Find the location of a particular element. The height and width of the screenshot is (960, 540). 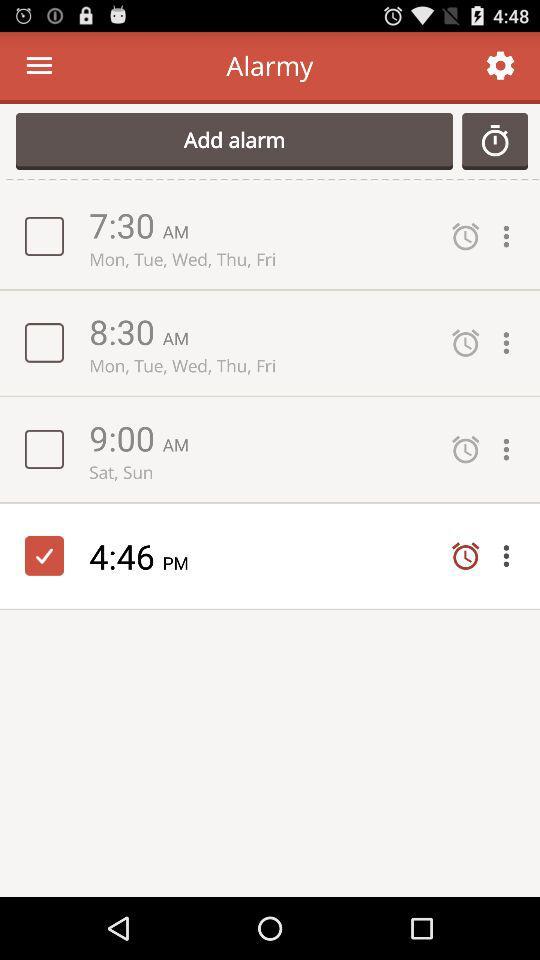

add alarm item is located at coordinates (233, 140).